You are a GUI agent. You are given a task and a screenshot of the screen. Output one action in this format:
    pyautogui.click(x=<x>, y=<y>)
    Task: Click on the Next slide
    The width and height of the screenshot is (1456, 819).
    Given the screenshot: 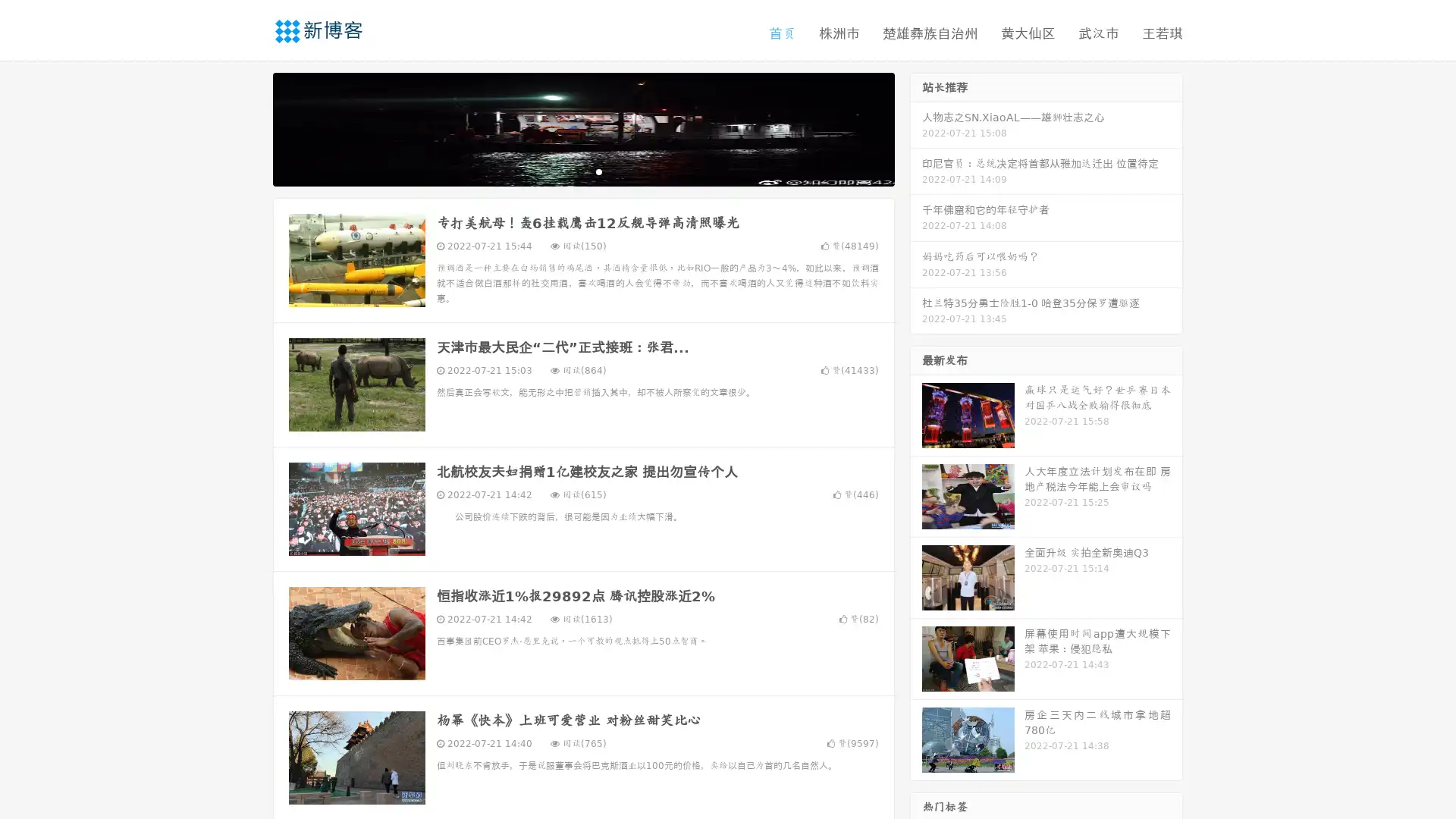 What is the action you would take?
    pyautogui.click(x=916, y=127)
    